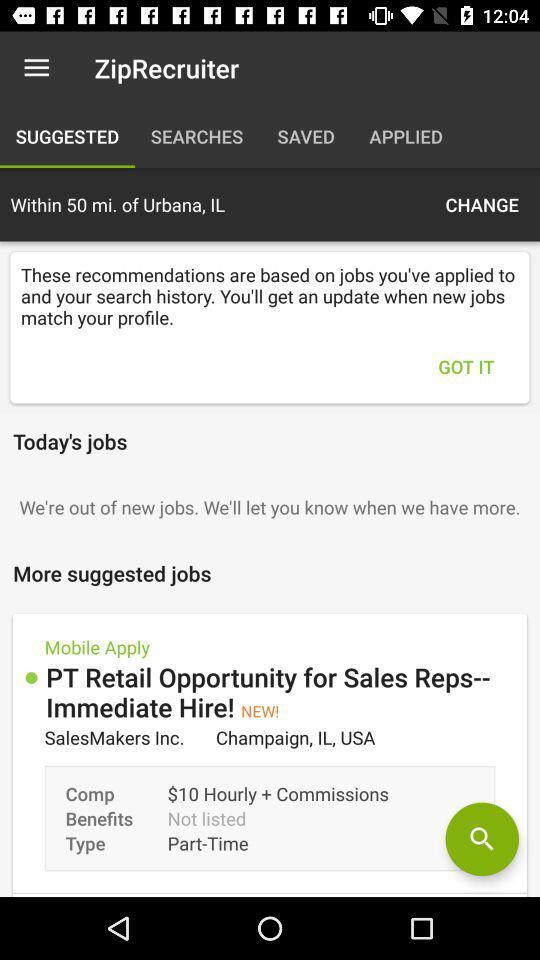  I want to click on the search icon, so click(481, 839).